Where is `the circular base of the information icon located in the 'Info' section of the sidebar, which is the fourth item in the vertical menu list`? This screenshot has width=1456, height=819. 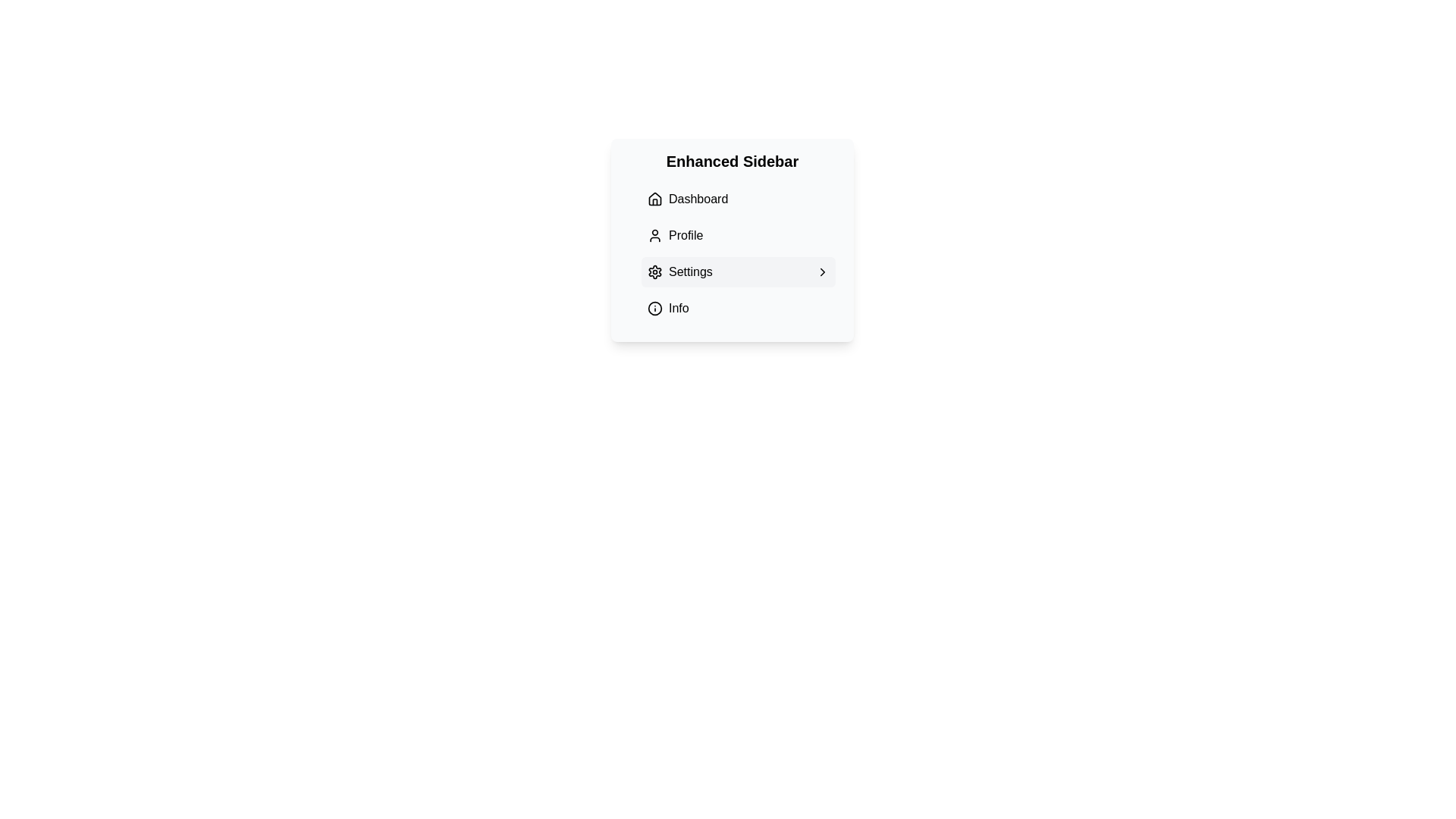 the circular base of the information icon located in the 'Info' section of the sidebar, which is the fourth item in the vertical menu list is located at coordinates (655, 308).